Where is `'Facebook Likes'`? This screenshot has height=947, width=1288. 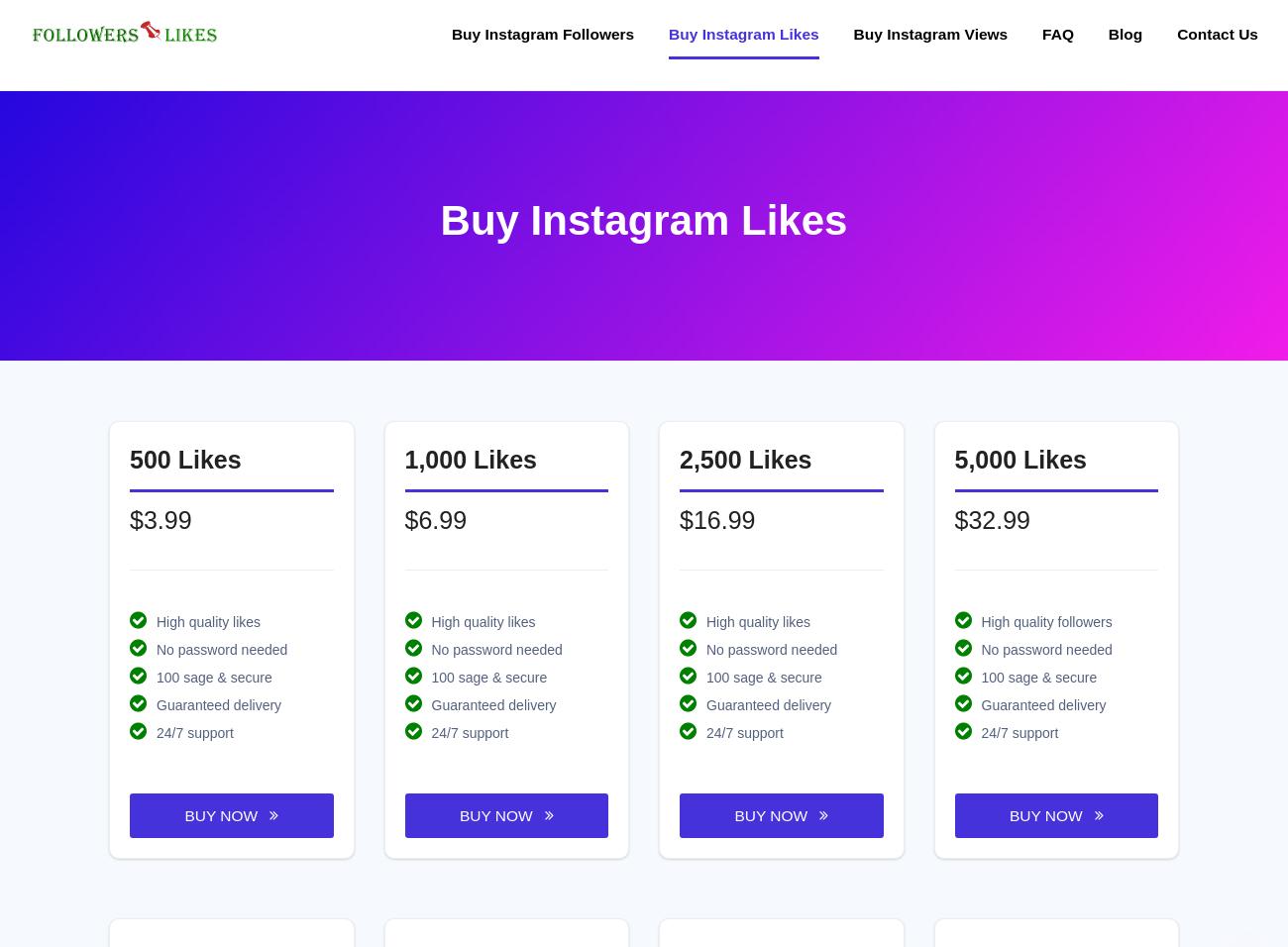
'Facebook Likes' is located at coordinates (431, 789).